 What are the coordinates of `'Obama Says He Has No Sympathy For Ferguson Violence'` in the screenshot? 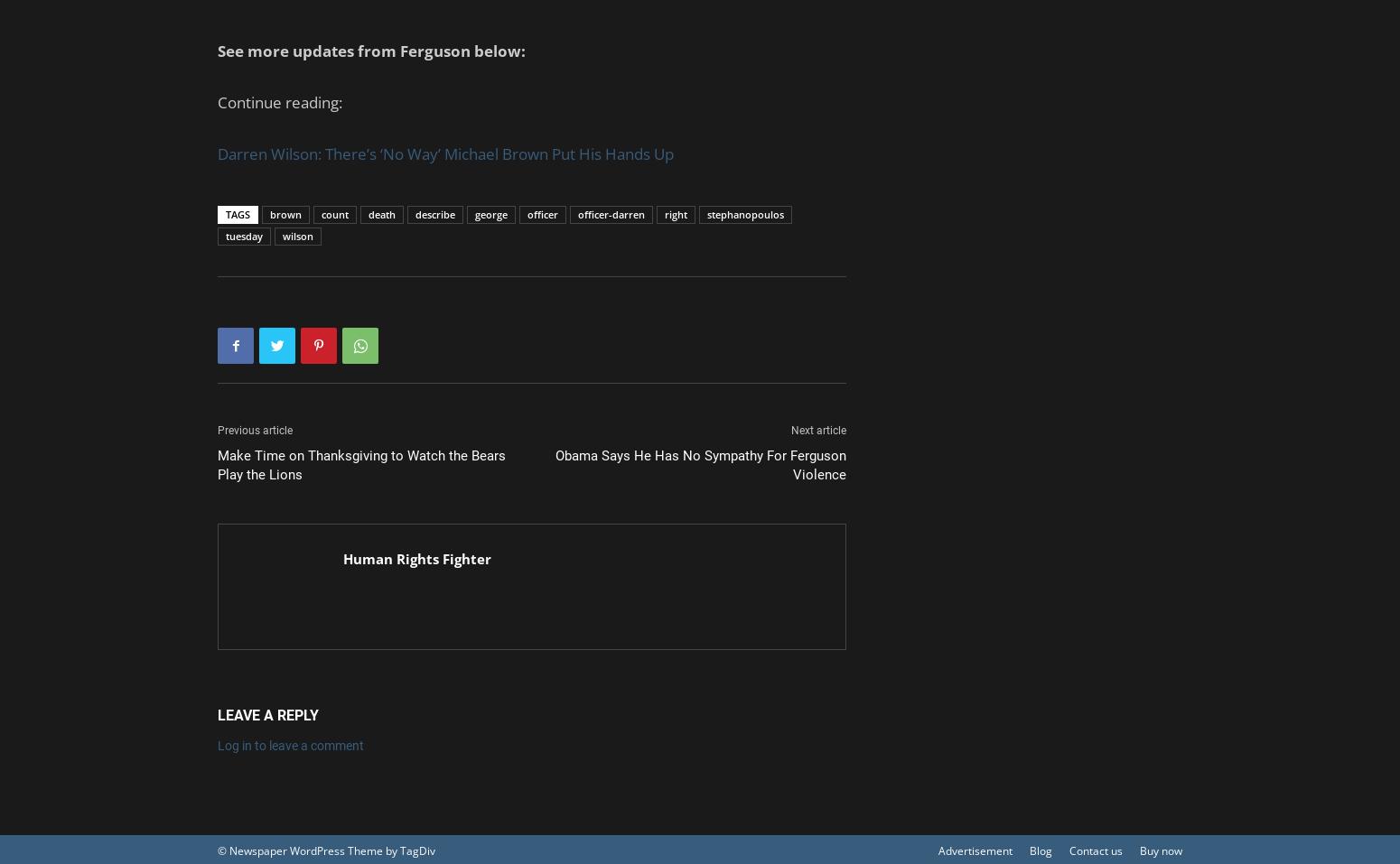 It's located at (700, 465).